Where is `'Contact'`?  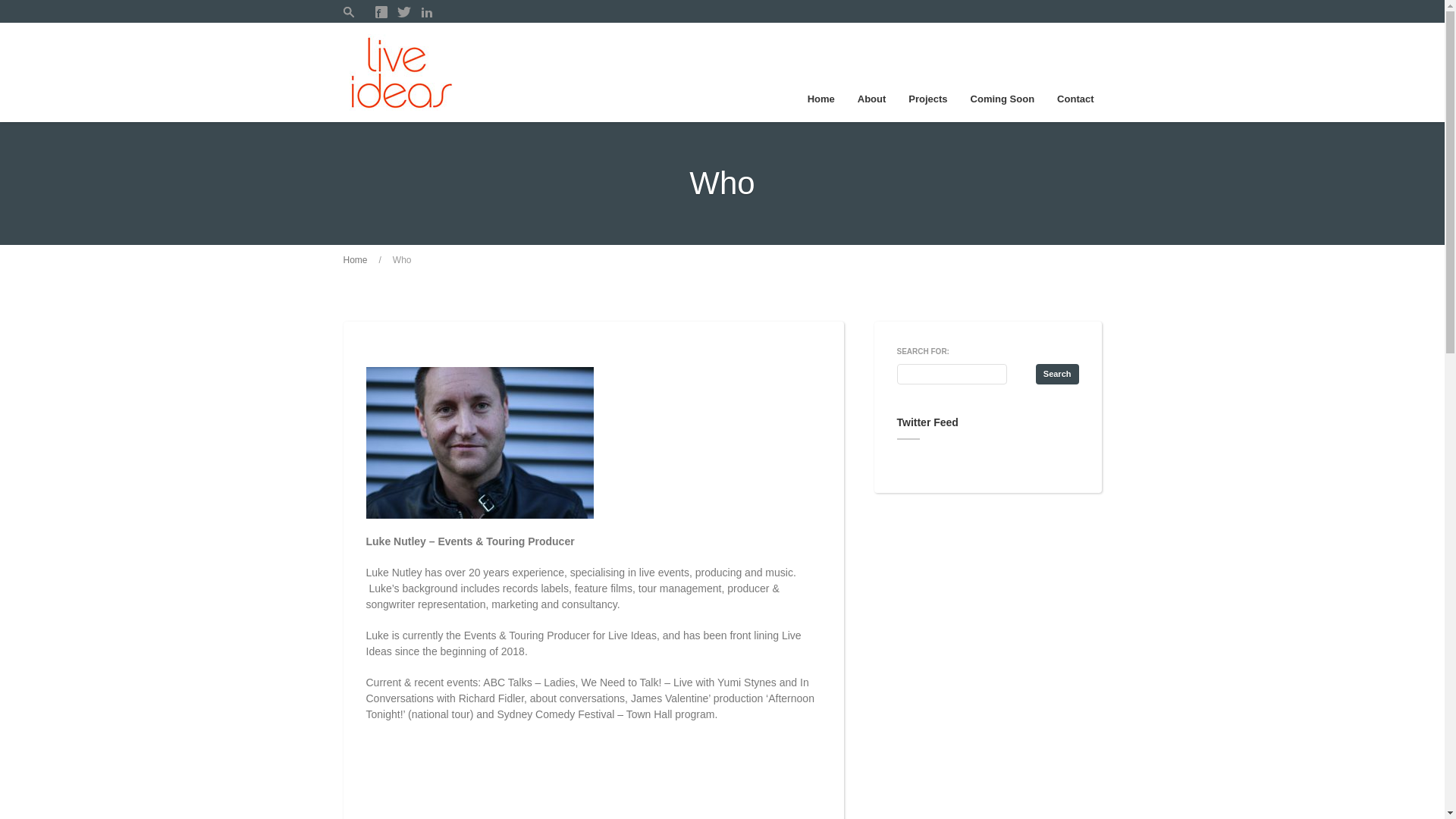 'Contact' is located at coordinates (1074, 99).